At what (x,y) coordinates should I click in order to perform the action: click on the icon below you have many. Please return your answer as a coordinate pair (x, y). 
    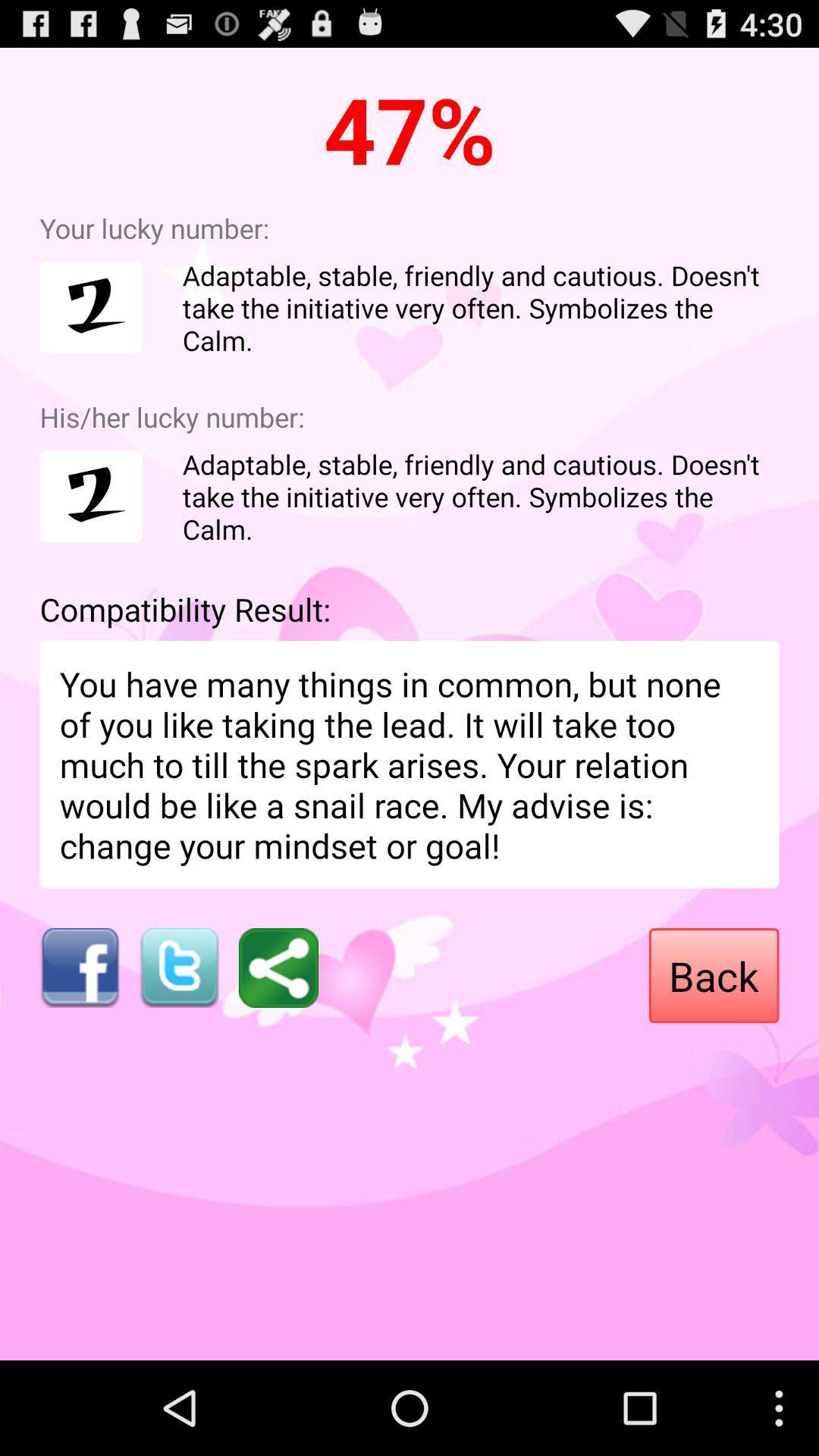
    Looking at the image, I should click on (714, 975).